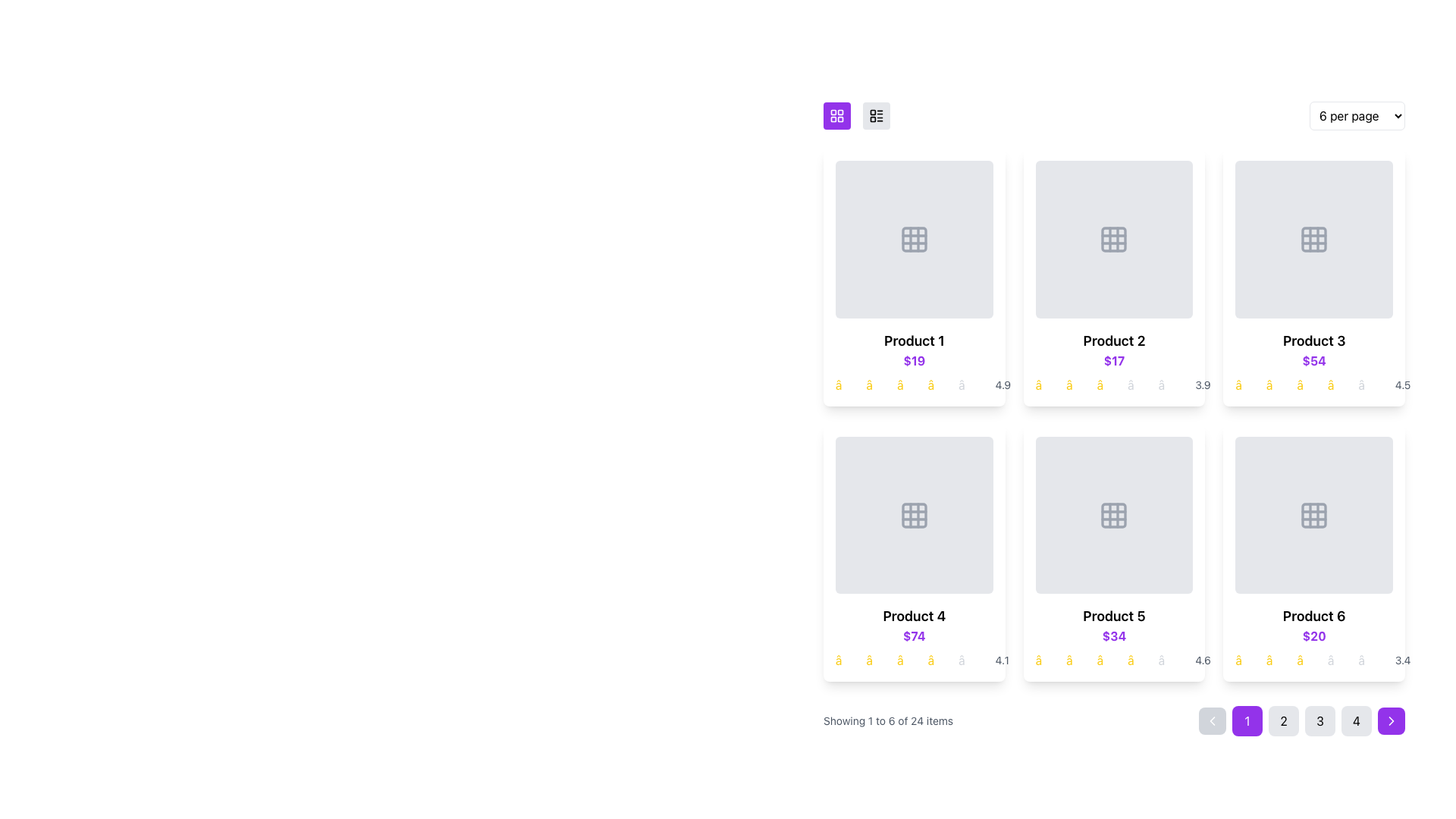  Describe the element at coordinates (1313, 514) in the screenshot. I see `the central square of the 3x3 icon grid that is part of the 'Product 6' interface, which is styled in a gray tone and has slightly rounded corners` at that location.